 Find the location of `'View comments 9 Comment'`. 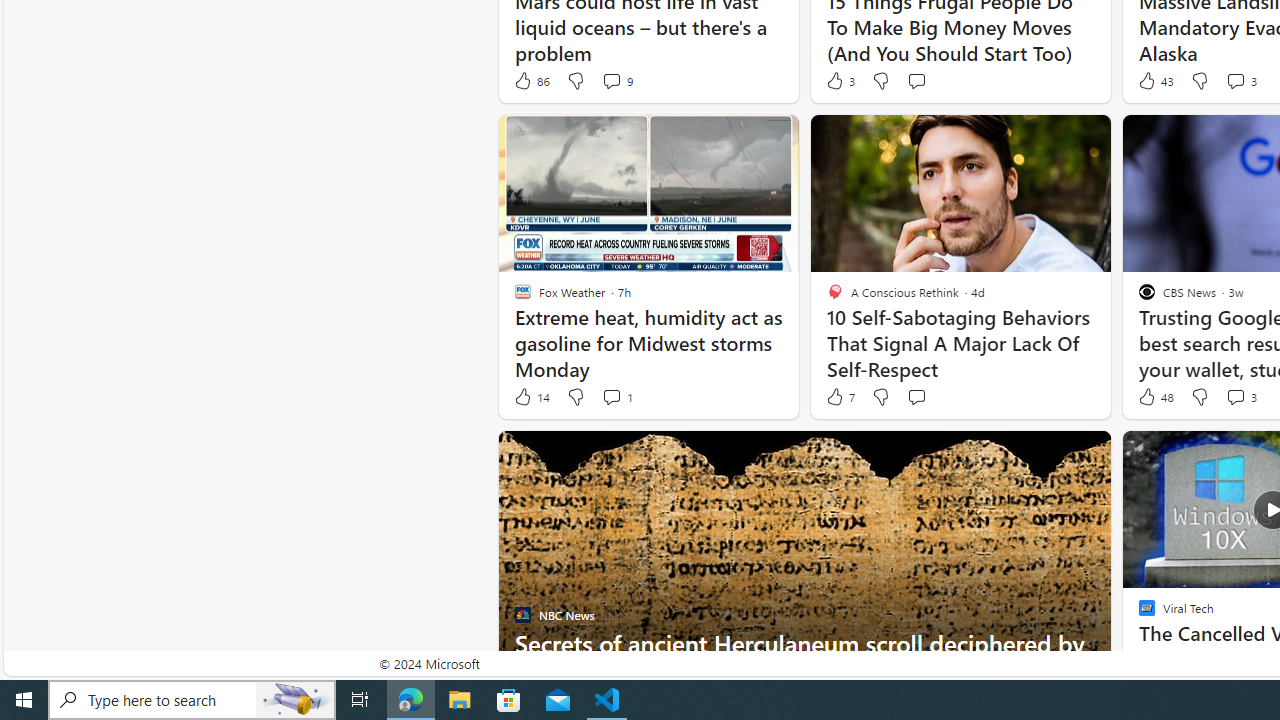

'View comments 9 Comment' is located at coordinates (610, 80).